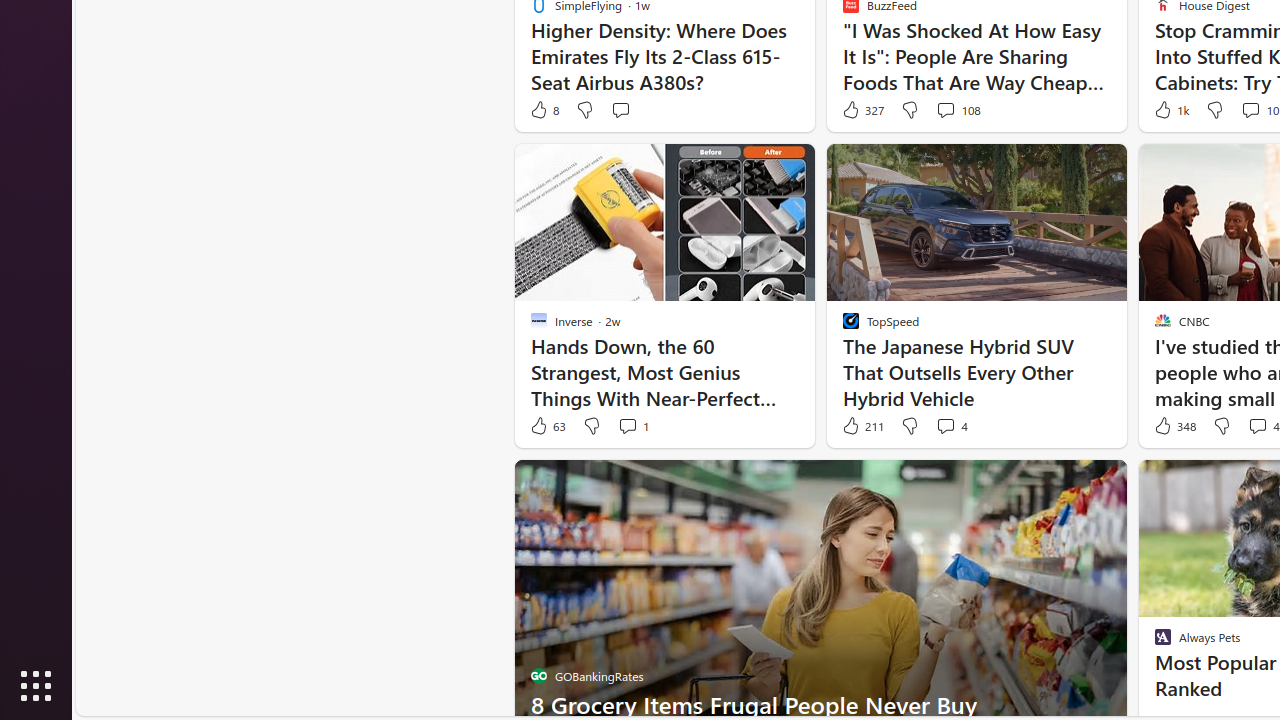 This screenshot has height=720, width=1280. What do you see at coordinates (543, 110) in the screenshot?
I see `'8 Like'` at bounding box center [543, 110].